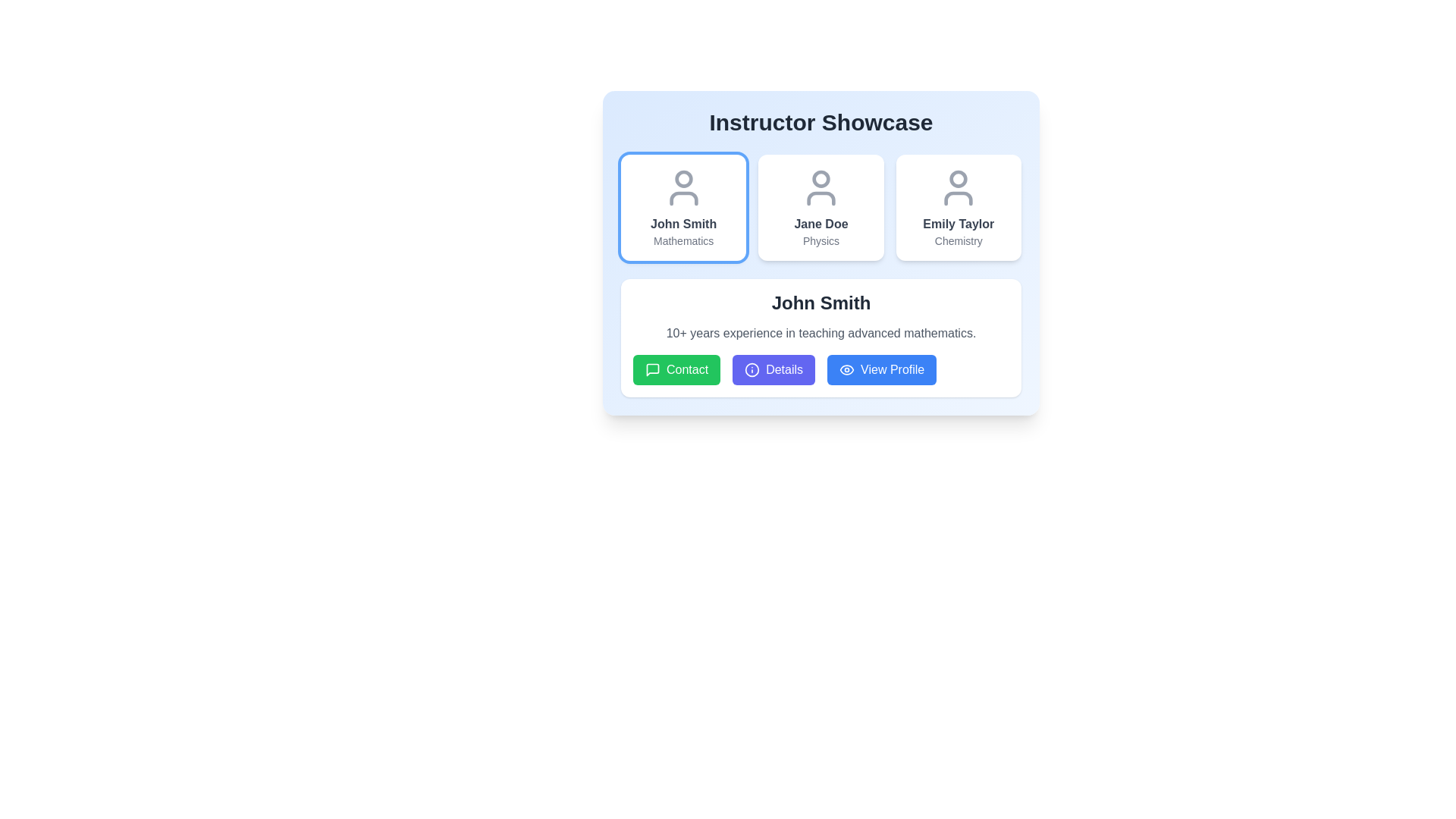 Image resolution: width=1456 pixels, height=819 pixels. I want to click on text content of the label displaying 'Emily Taylor', which identifies the associated person in the card positioned centrally below the user icon and above the descriptor 'Chemistry', so click(958, 224).